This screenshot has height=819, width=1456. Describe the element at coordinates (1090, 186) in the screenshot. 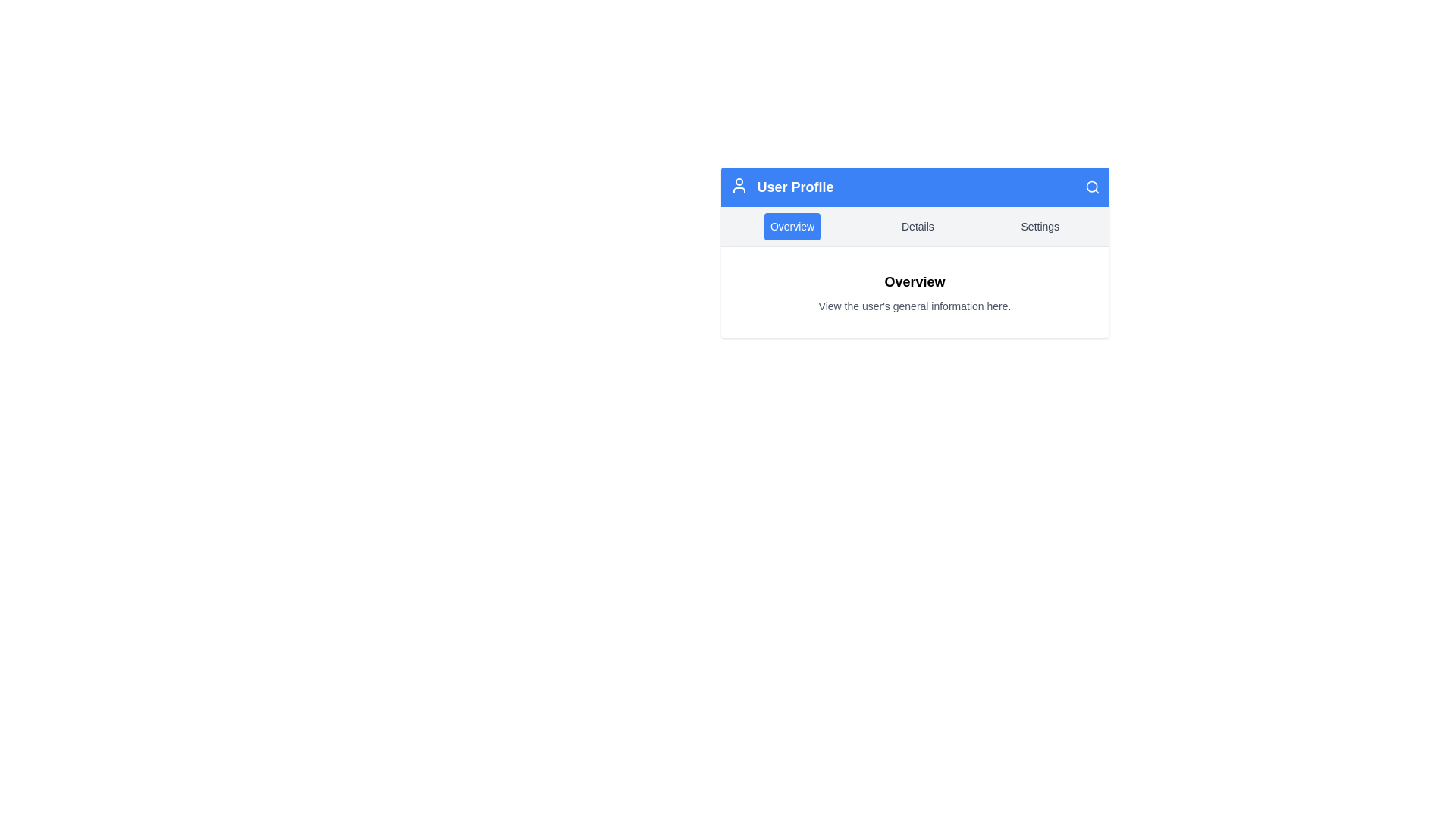

I see `the SVG circle element that is part of the magnifying glass icon adjacent to the top-right corner of the blue header bar labeled 'User Profile'` at that location.